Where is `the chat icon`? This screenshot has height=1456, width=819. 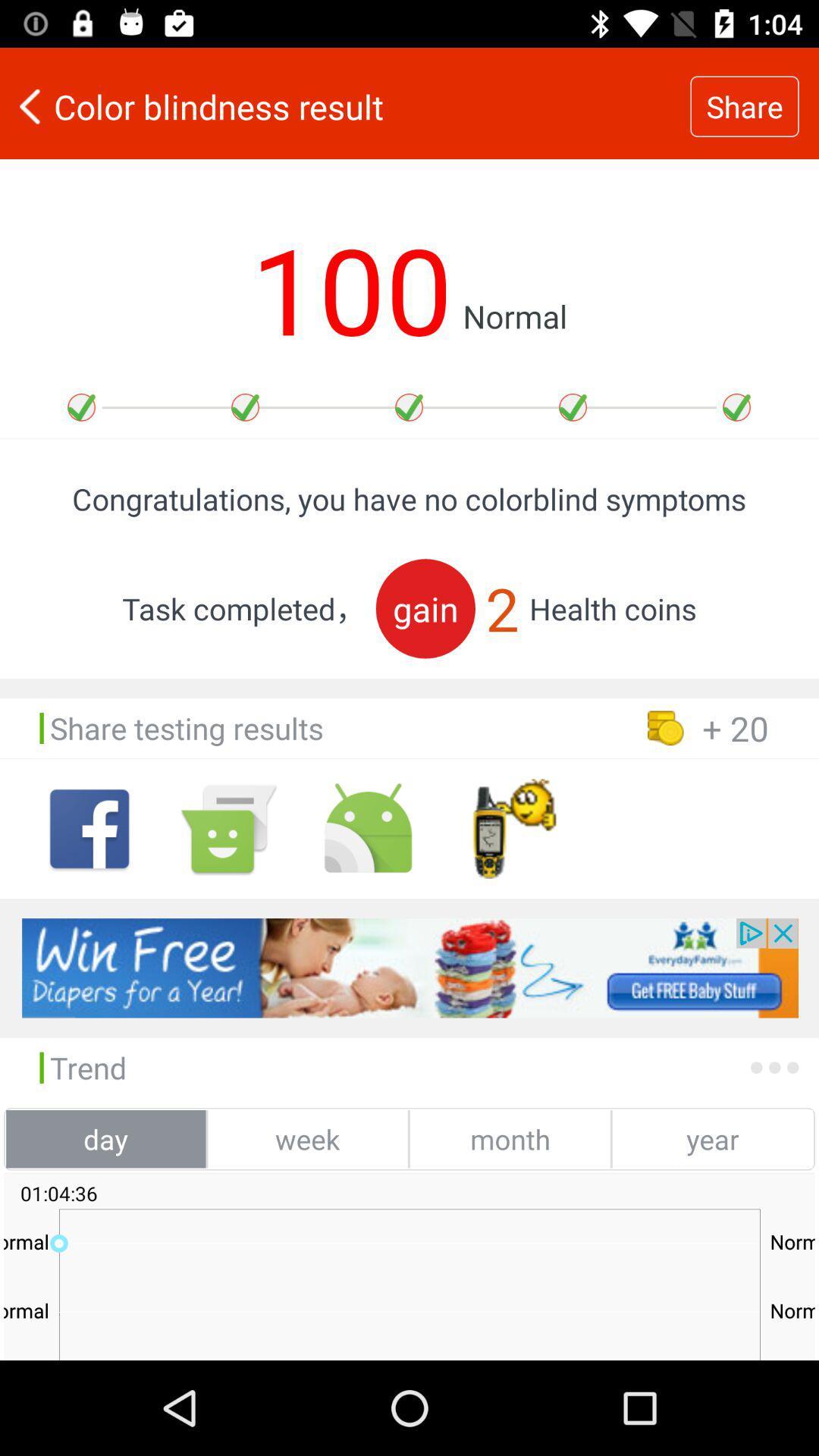 the chat icon is located at coordinates (228, 828).